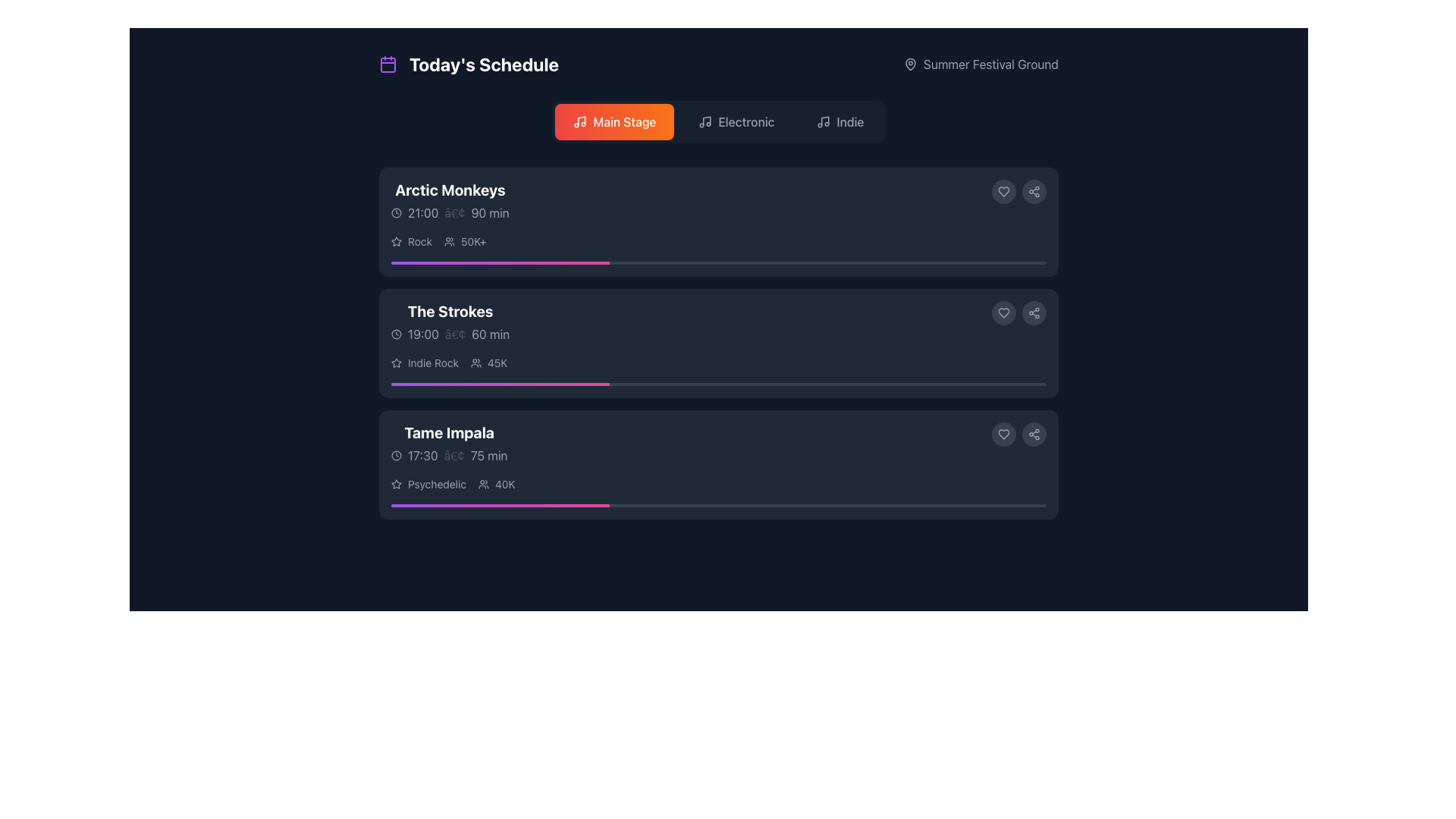  What do you see at coordinates (500, 383) in the screenshot?
I see `the progress indicator representing the task completion for 'The Strokes' music event, located in the second horizontal progress bar under its entry` at bounding box center [500, 383].